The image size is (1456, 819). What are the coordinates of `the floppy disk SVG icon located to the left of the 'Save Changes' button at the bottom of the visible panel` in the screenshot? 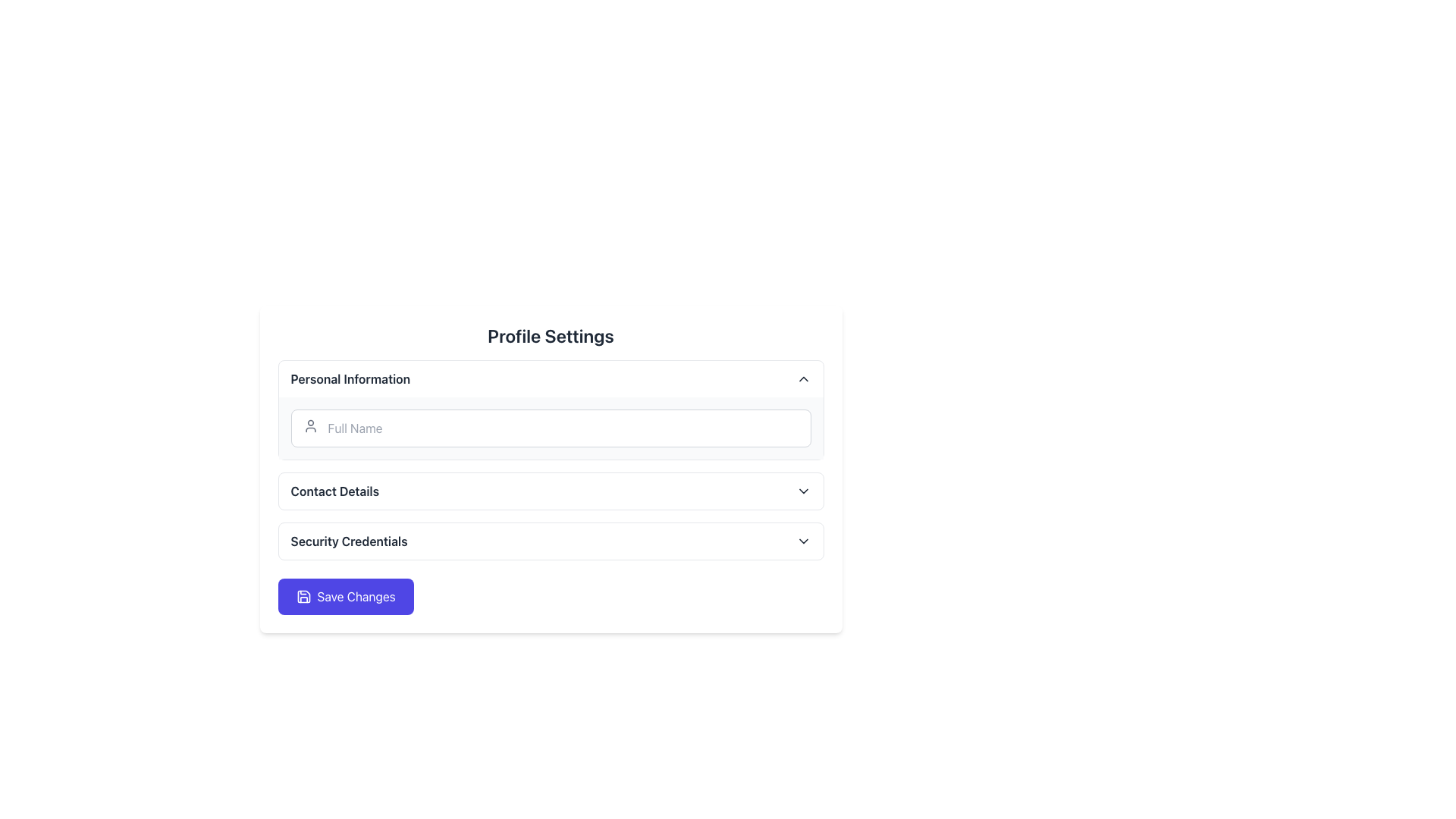 It's located at (303, 595).